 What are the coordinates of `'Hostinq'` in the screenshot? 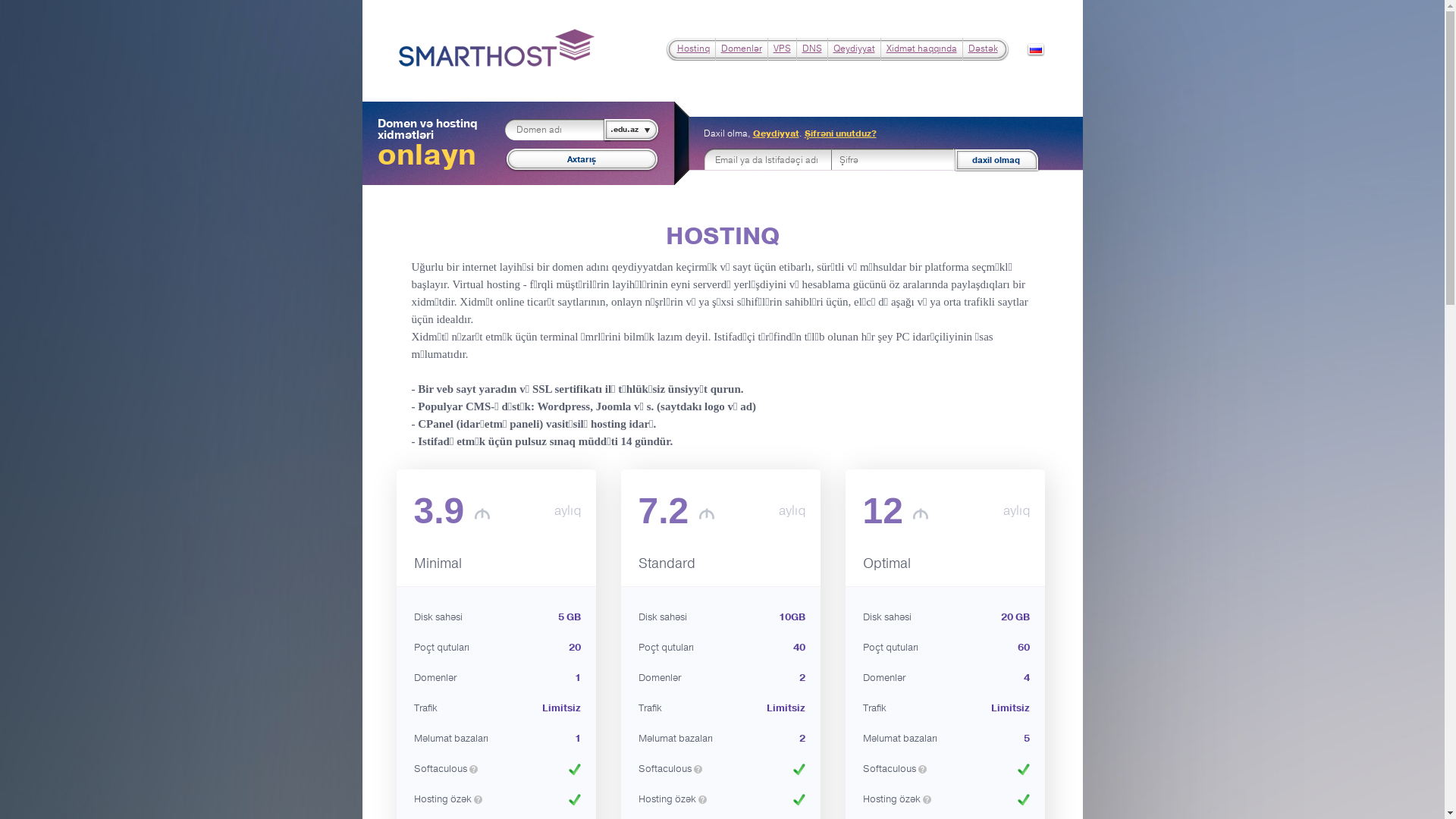 It's located at (692, 48).